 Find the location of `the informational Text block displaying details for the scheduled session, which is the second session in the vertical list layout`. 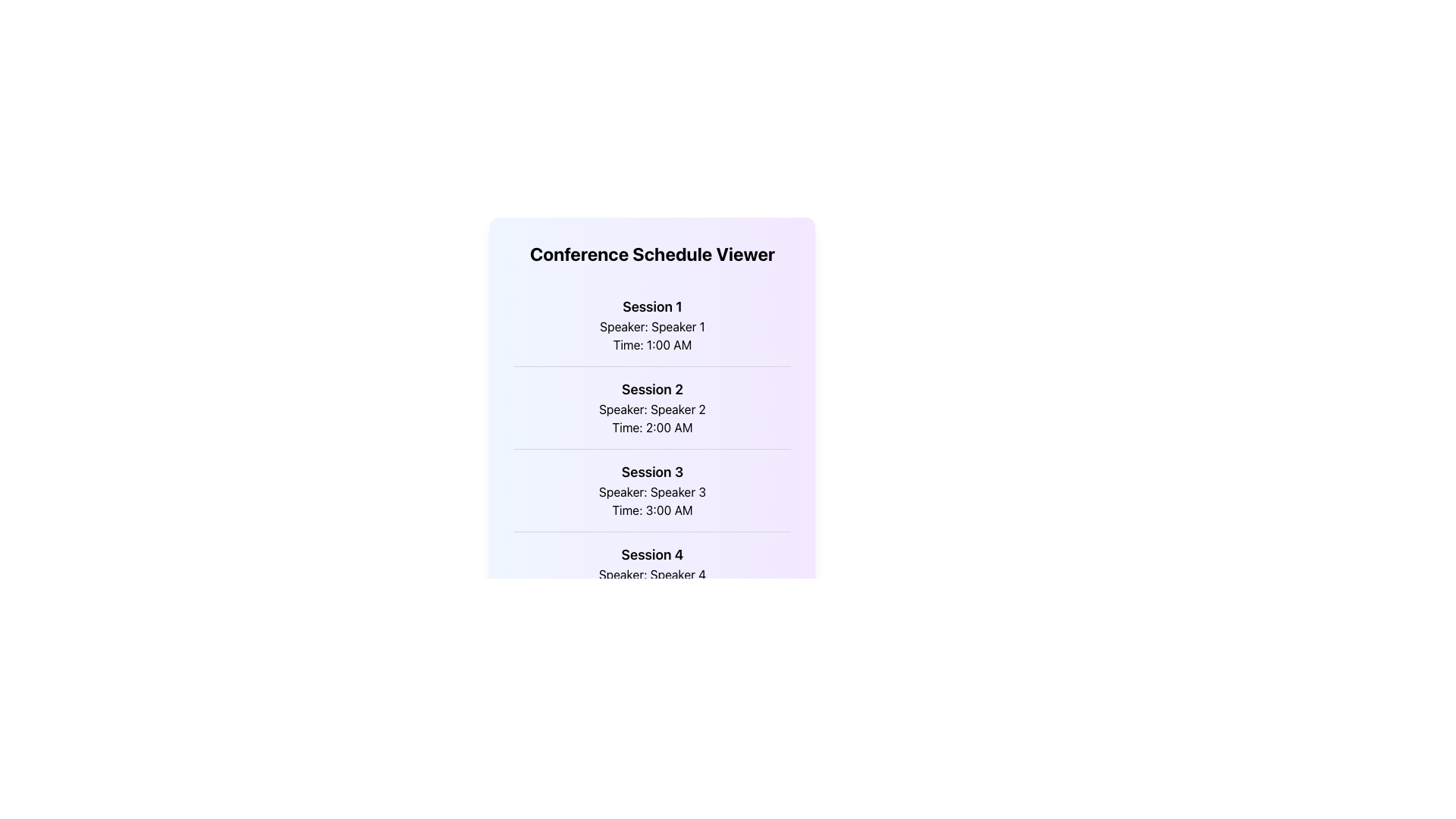

the informational Text block displaying details for the scheduled session, which is the second session in the vertical list layout is located at coordinates (652, 406).